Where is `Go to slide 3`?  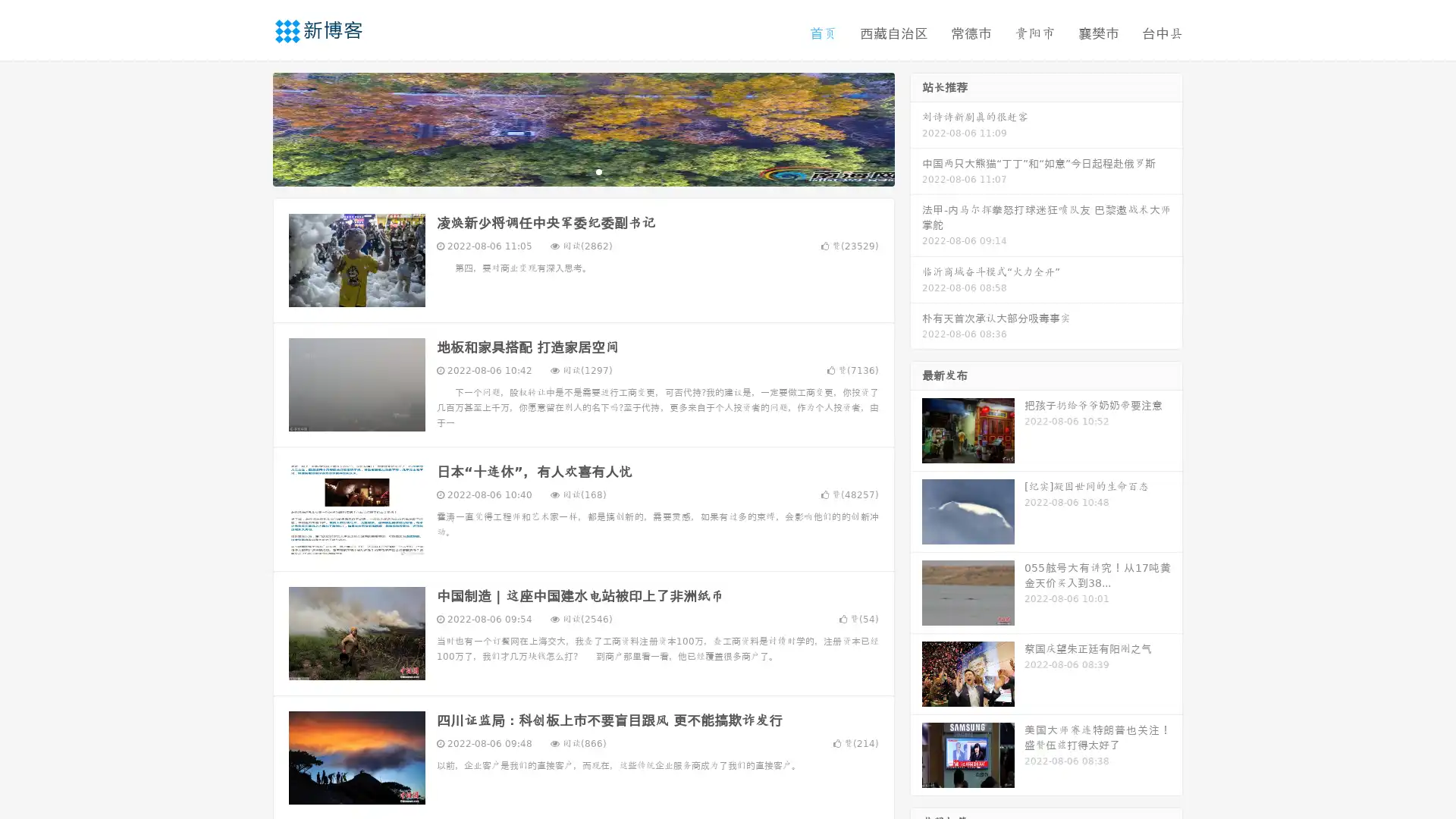 Go to slide 3 is located at coordinates (598, 171).